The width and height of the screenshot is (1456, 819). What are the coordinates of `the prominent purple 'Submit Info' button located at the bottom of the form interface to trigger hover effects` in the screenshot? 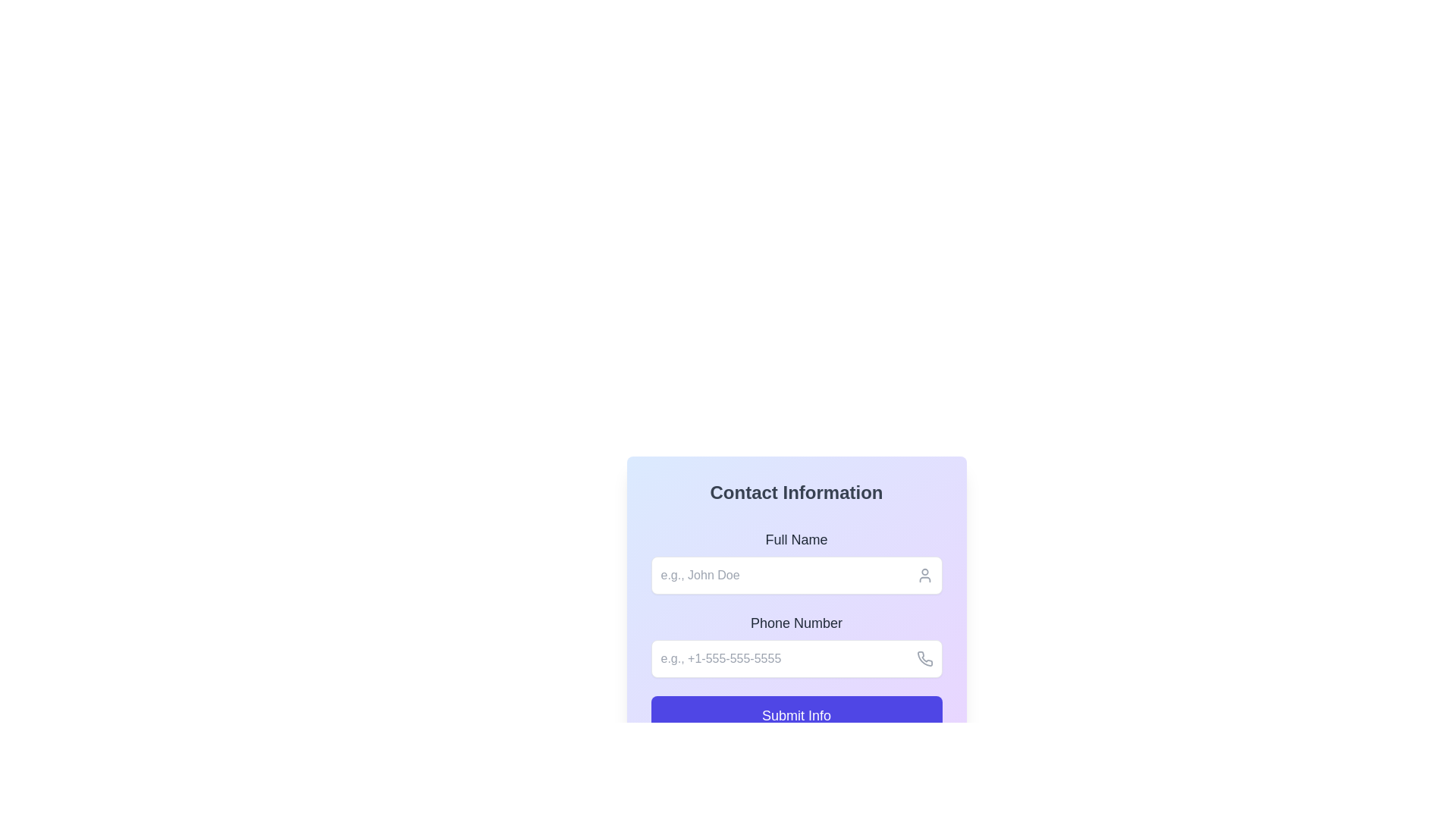 It's located at (795, 716).